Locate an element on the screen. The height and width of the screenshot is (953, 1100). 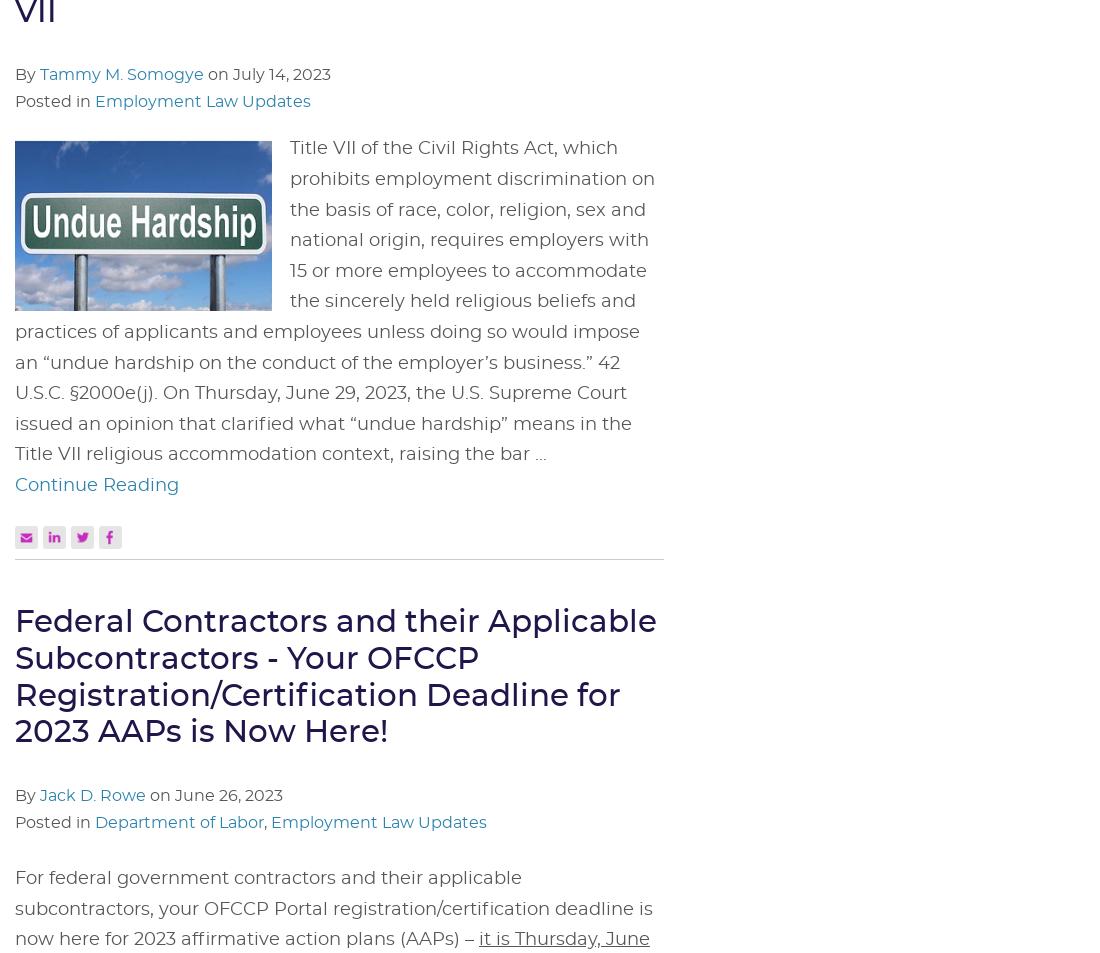
'Federal Contractors and their Applicable Subcontractors - Your OFCCP Registration/Certification Deadline for 2023 AAPs is Now Here!' is located at coordinates (335, 677).